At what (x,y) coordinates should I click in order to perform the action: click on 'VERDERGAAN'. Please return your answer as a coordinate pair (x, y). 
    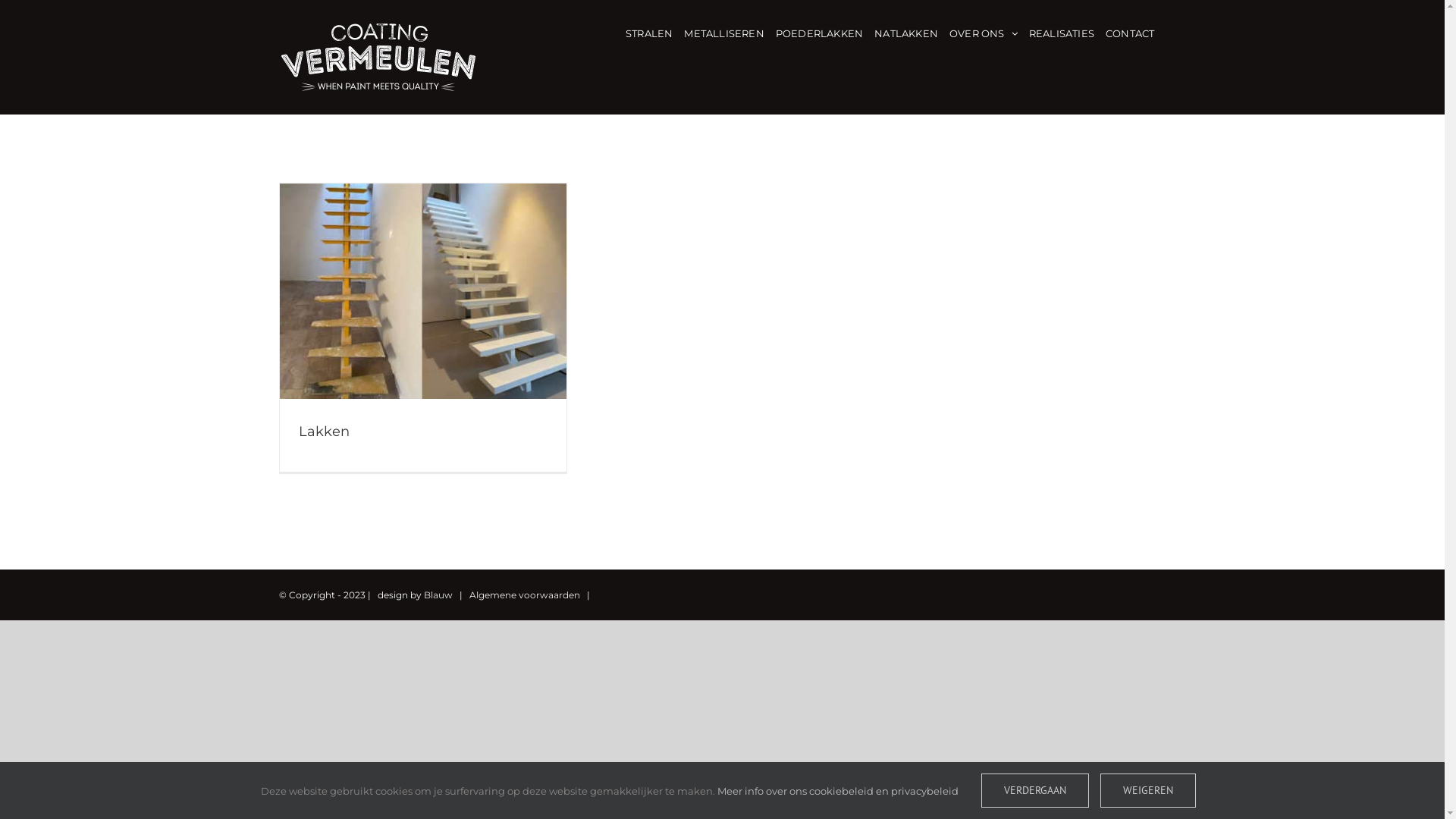
    Looking at the image, I should click on (1034, 789).